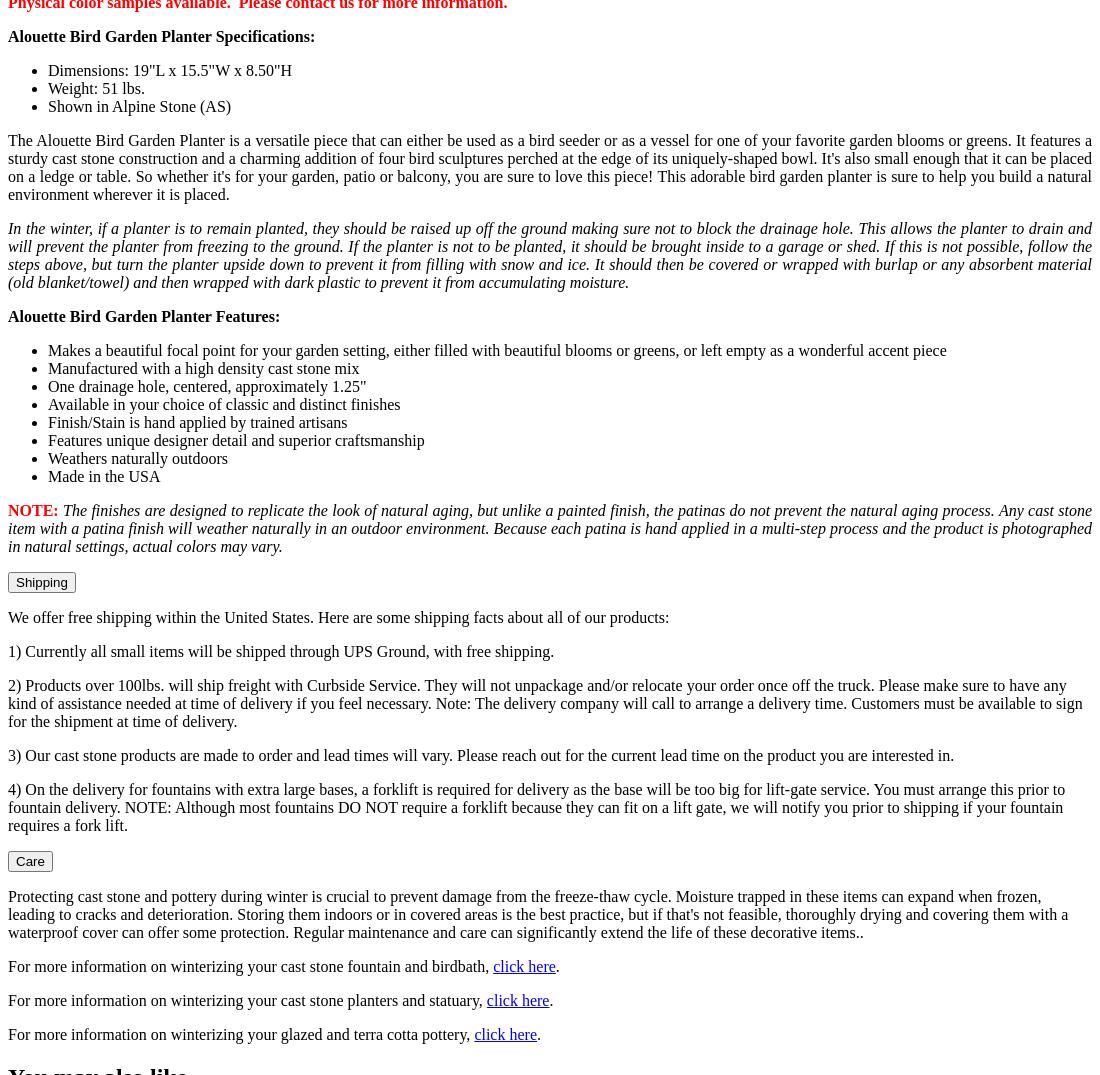  What do you see at coordinates (202, 368) in the screenshot?
I see `'Manufactured with a high density cast stone mix'` at bounding box center [202, 368].